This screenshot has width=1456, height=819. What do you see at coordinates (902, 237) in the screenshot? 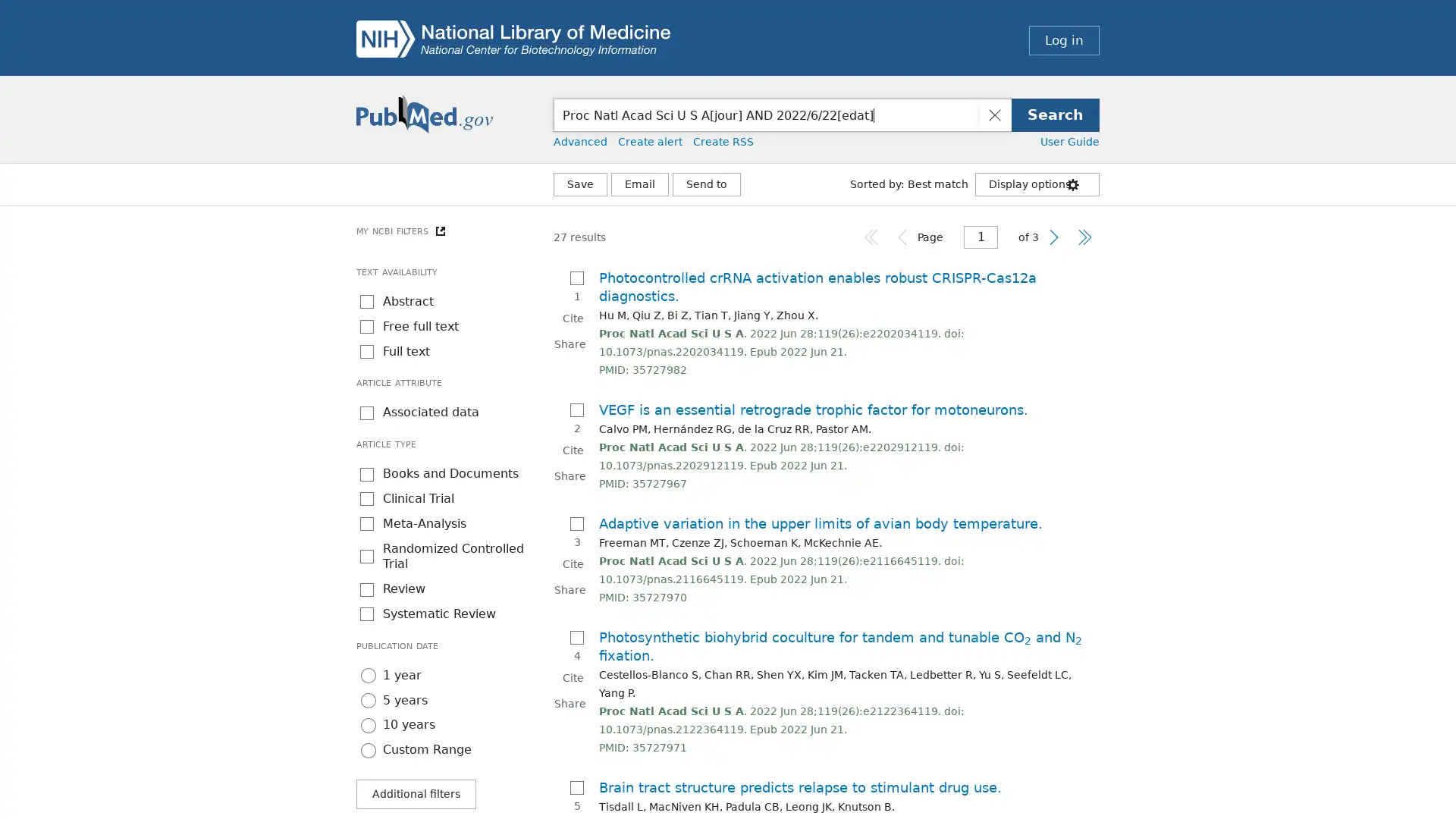
I see `Navigates to the previous page of results.` at bounding box center [902, 237].